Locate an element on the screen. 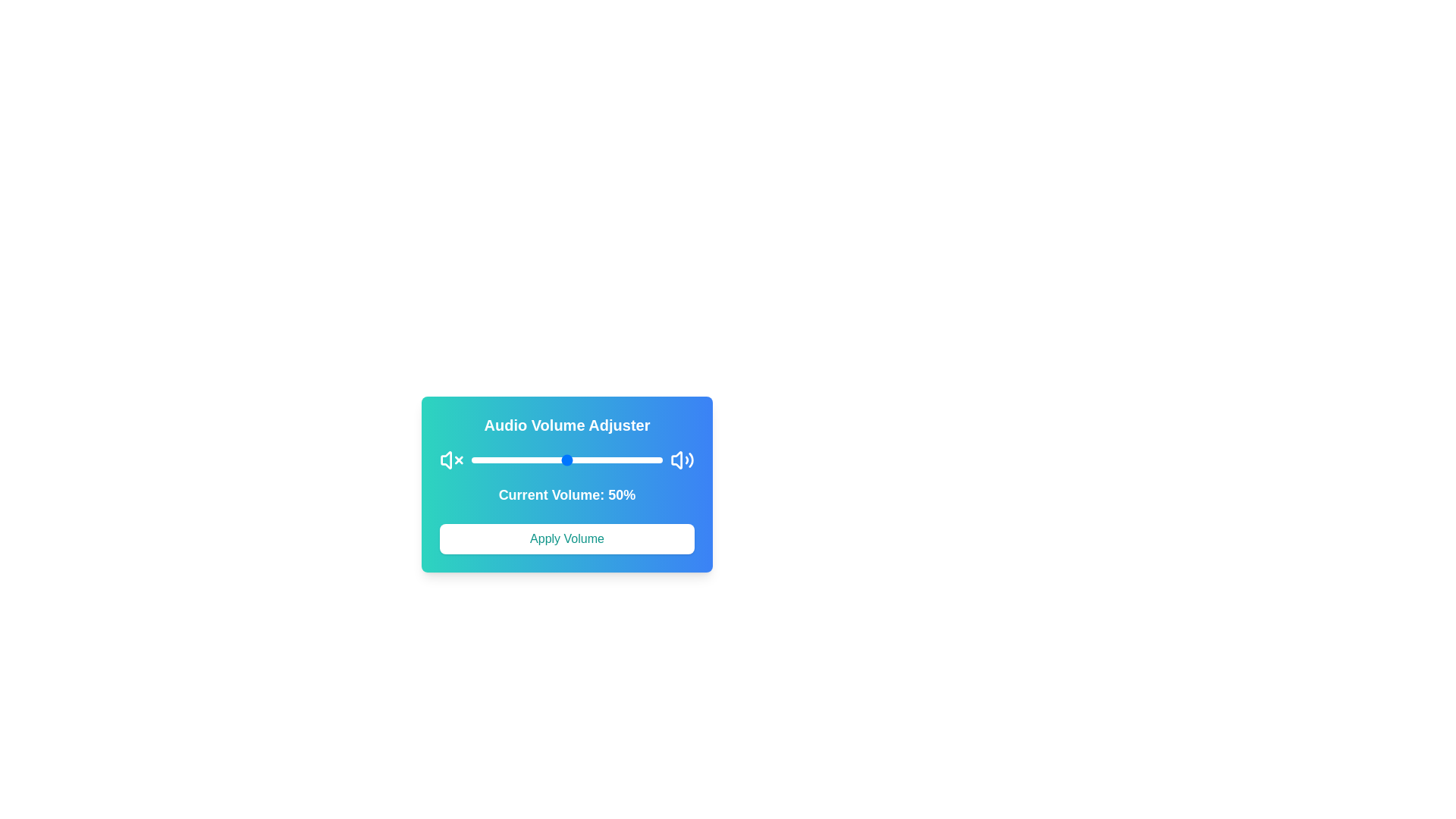 This screenshot has height=819, width=1456. the volume to 68% by dragging the slider is located at coordinates (601, 459).